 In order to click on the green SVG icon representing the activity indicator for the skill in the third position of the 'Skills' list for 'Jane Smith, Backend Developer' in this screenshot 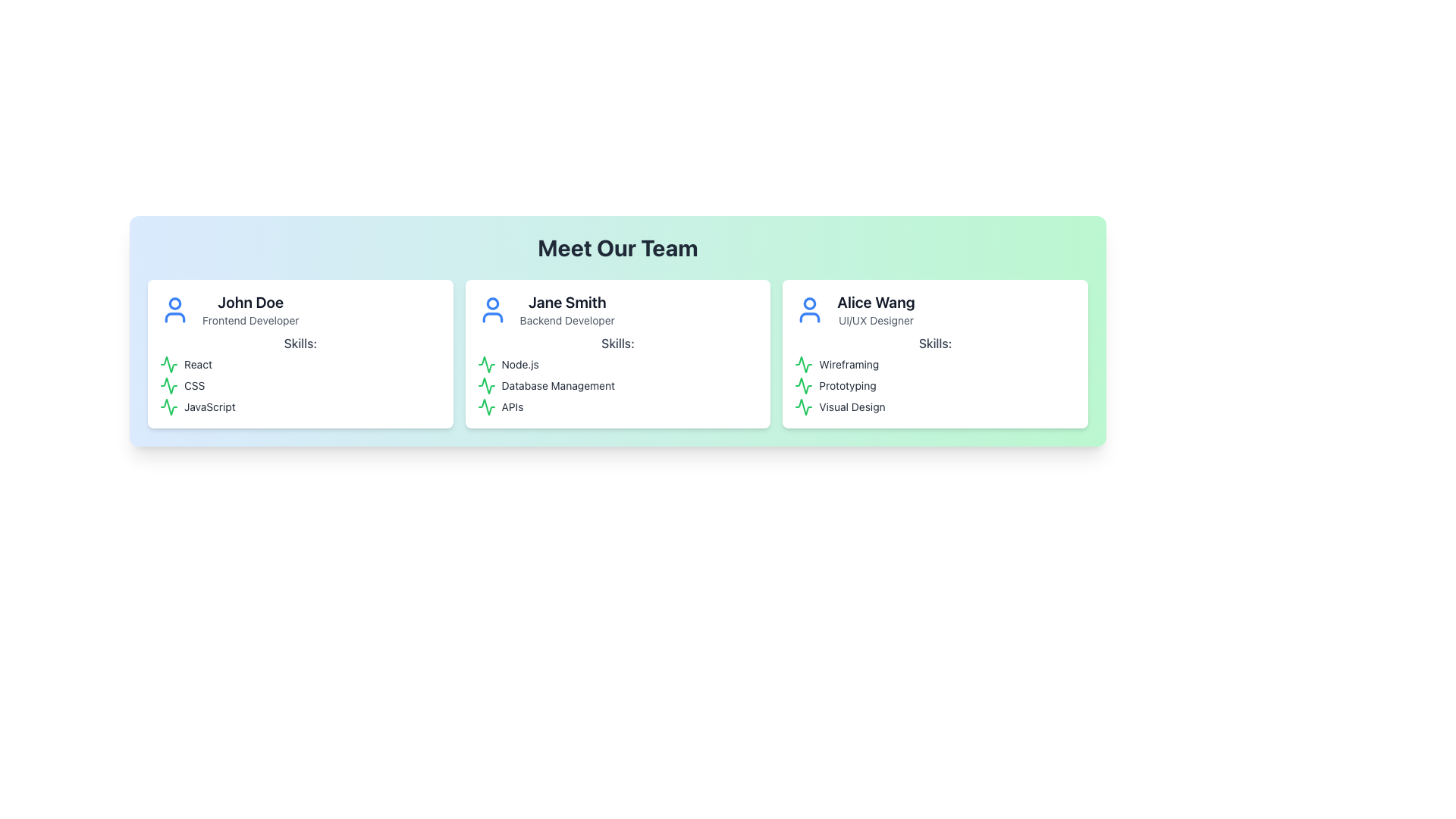, I will do `click(486, 406)`.